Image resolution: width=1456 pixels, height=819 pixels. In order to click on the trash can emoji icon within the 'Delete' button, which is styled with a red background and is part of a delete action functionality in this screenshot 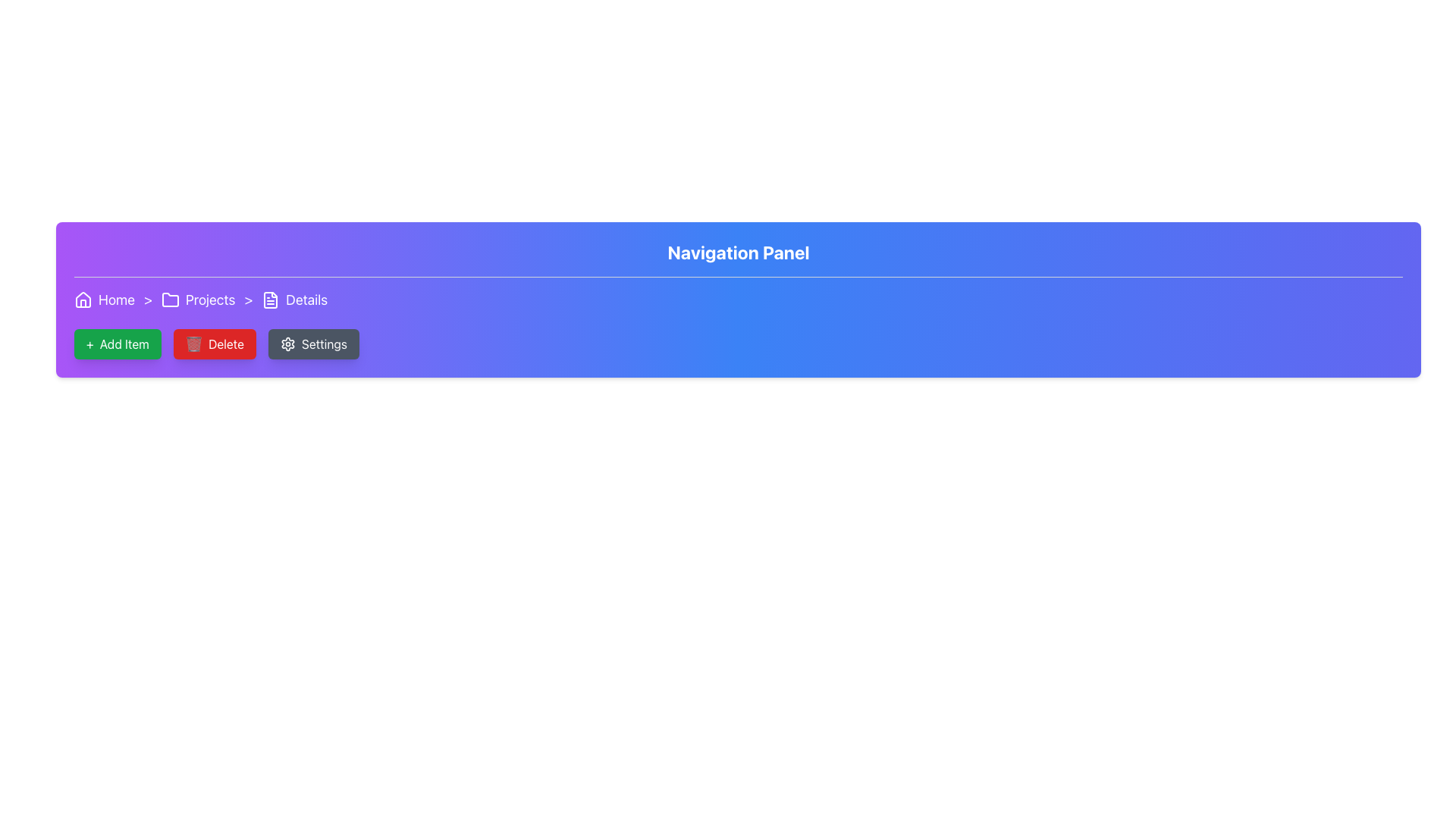, I will do `click(193, 344)`.